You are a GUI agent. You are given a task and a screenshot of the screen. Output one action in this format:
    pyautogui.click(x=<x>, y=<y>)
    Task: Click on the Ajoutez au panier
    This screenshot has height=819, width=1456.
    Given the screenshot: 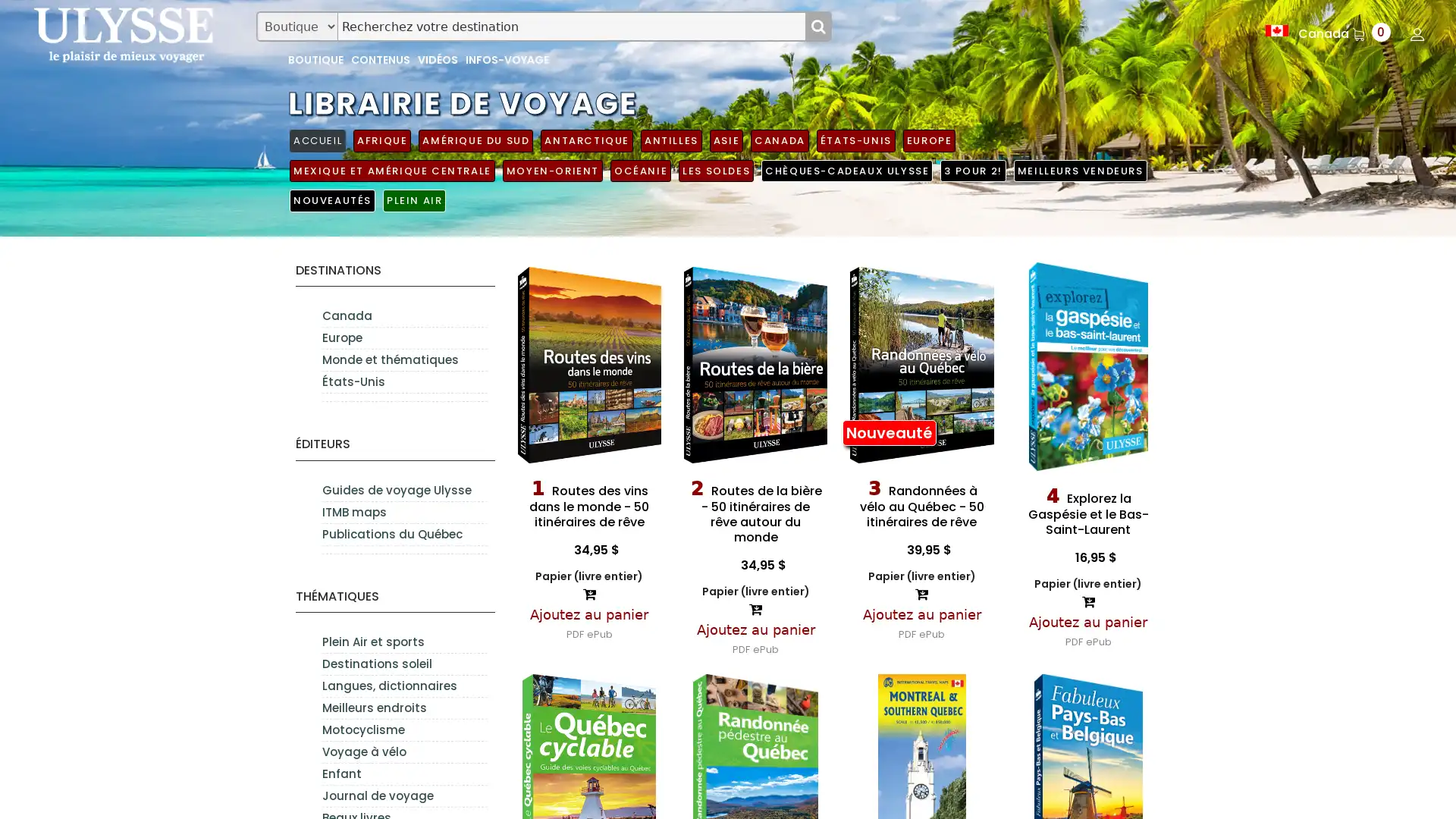 What is the action you would take?
    pyautogui.click(x=755, y=629)
    